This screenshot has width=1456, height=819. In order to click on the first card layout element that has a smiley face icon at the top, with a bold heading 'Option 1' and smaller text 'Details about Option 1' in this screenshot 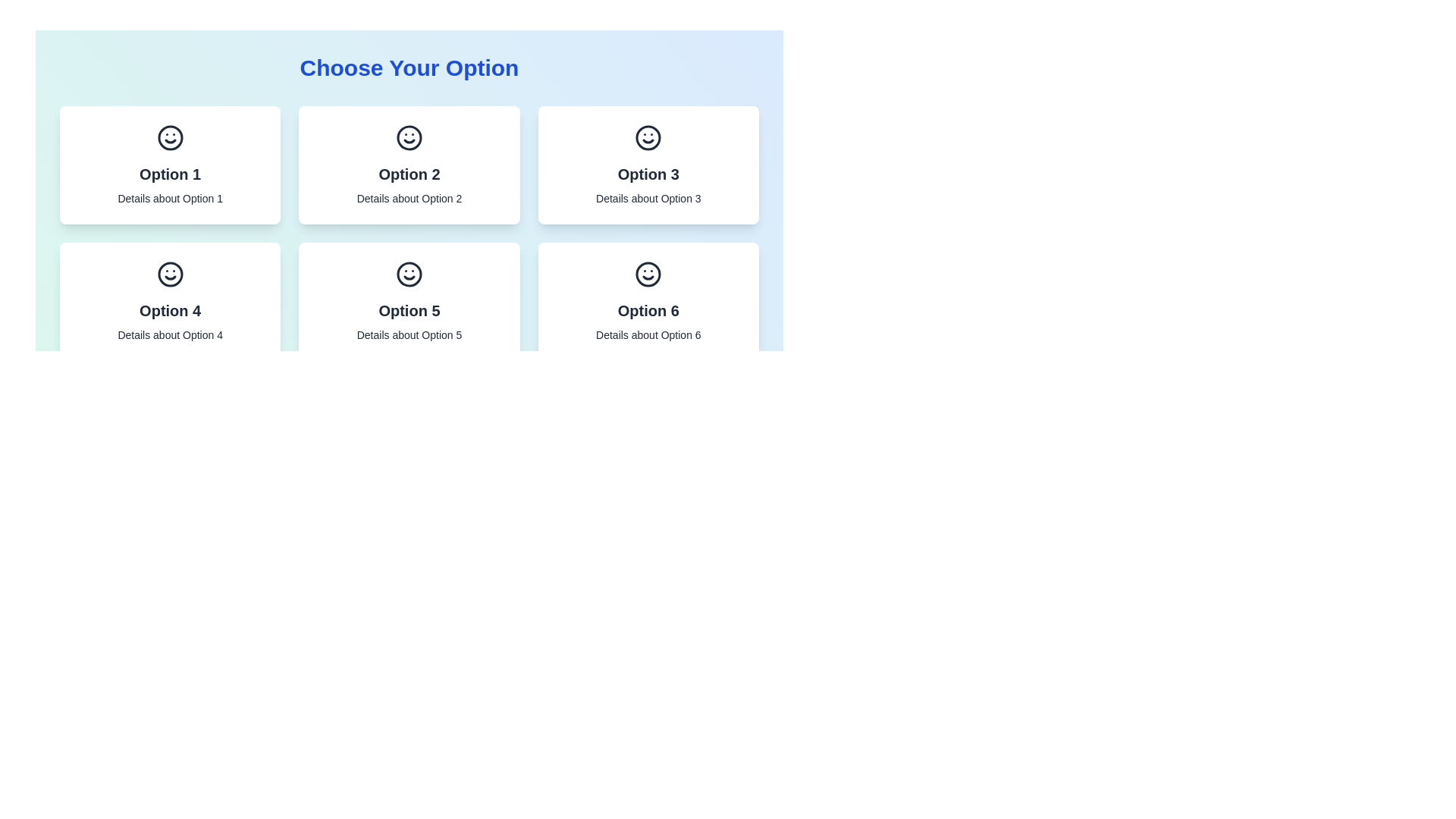, I will do `click(170, 165)`.